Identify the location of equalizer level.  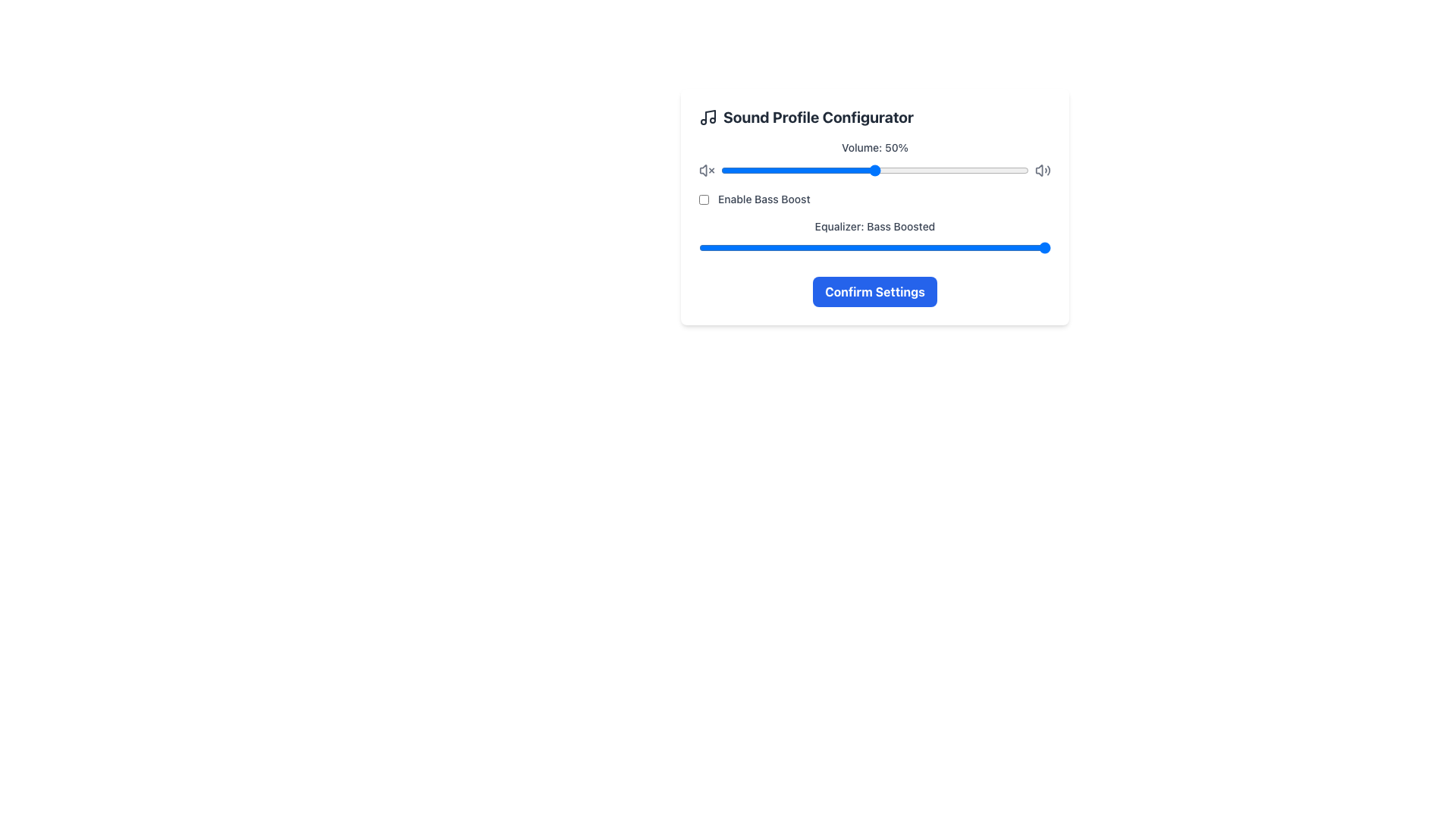
(933, 247).